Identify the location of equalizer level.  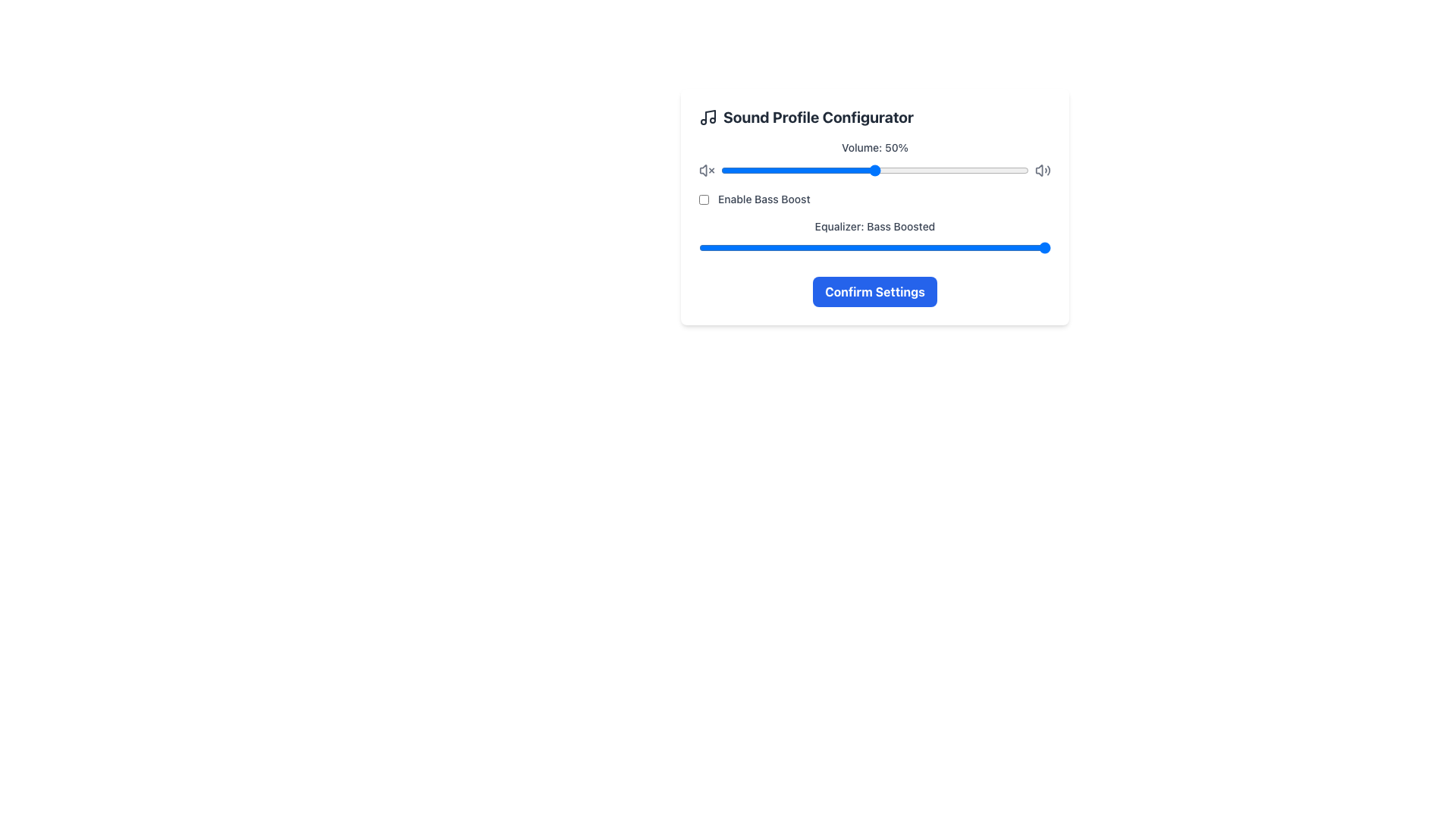
(933, 247).